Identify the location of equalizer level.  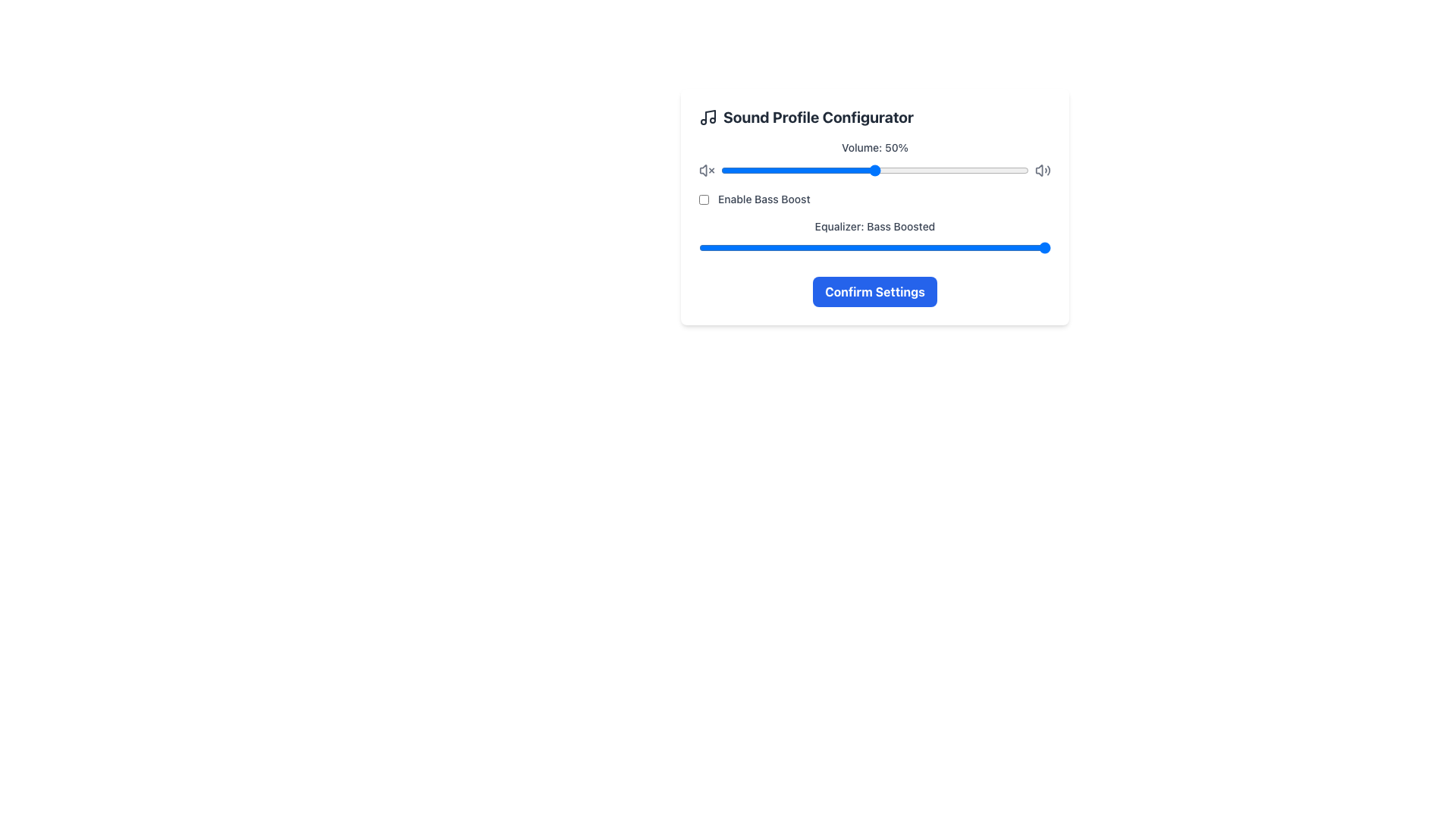
(933, 247).